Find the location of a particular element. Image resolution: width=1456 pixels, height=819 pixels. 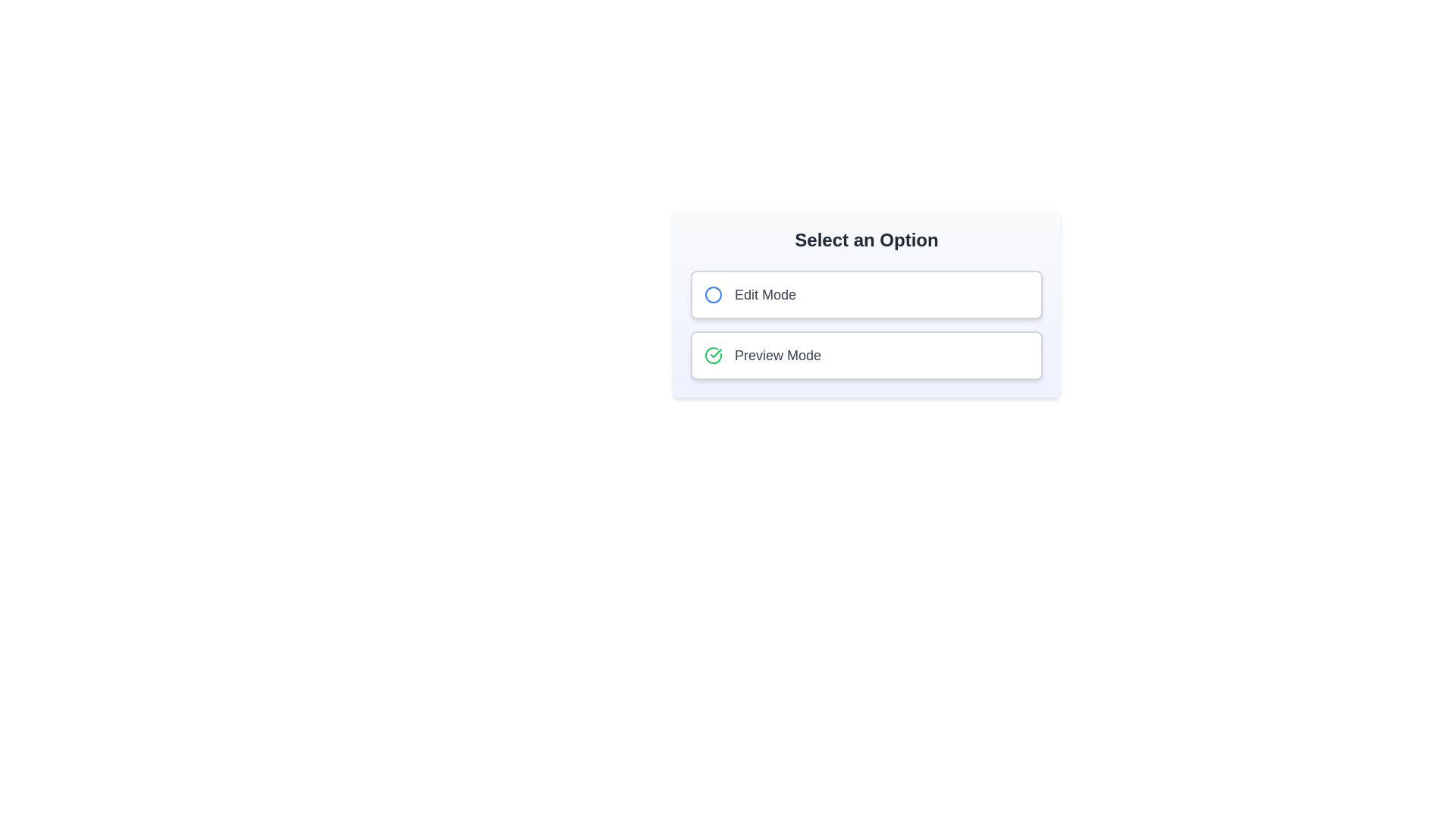

the SVG Circle with a blue border and no fill that represents a mode, located next to the 'Edit Mode' label is located at coordinates (712, 295).